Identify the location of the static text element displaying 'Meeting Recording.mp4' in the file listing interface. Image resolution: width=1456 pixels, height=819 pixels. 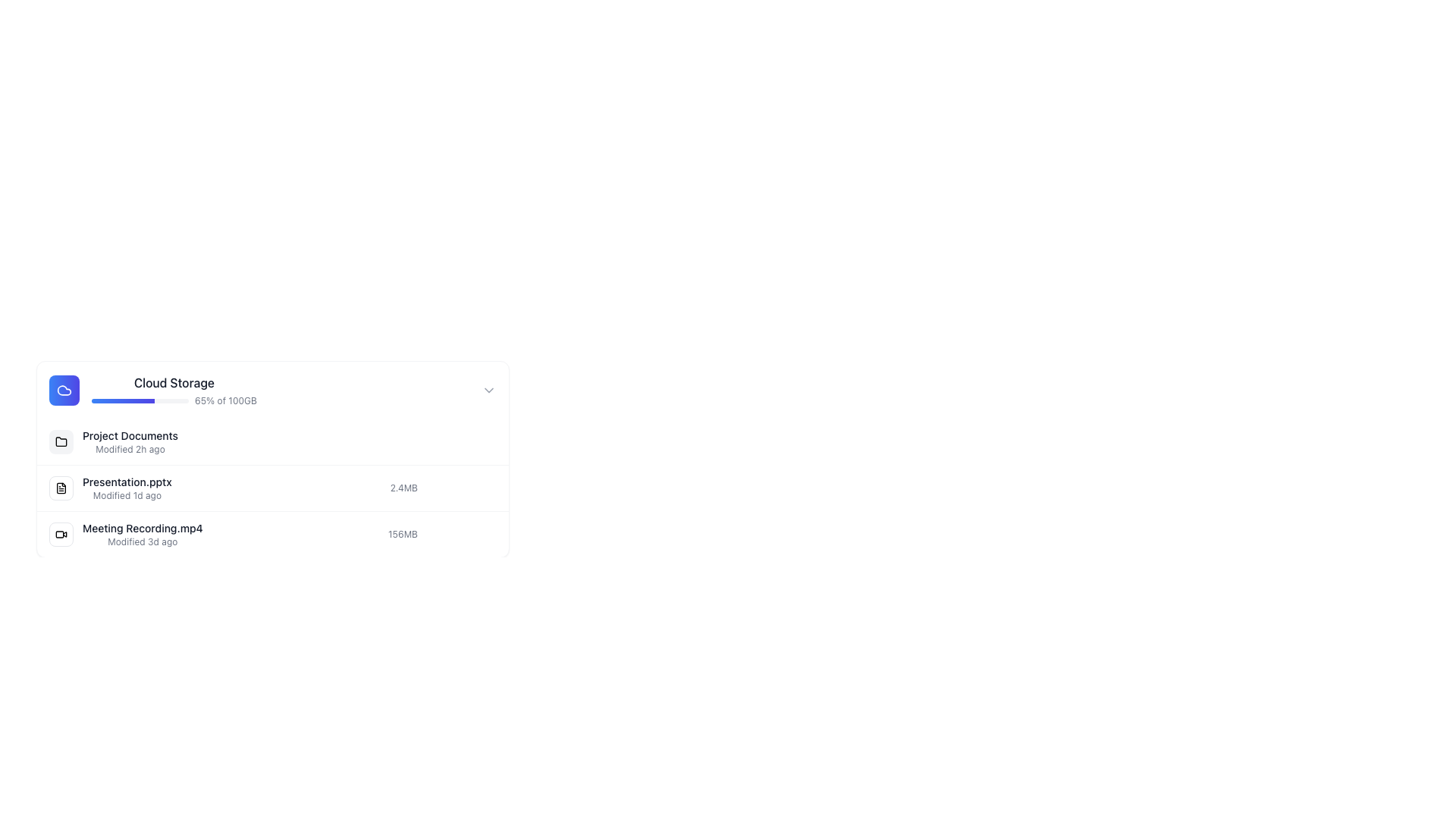
(143, 528).